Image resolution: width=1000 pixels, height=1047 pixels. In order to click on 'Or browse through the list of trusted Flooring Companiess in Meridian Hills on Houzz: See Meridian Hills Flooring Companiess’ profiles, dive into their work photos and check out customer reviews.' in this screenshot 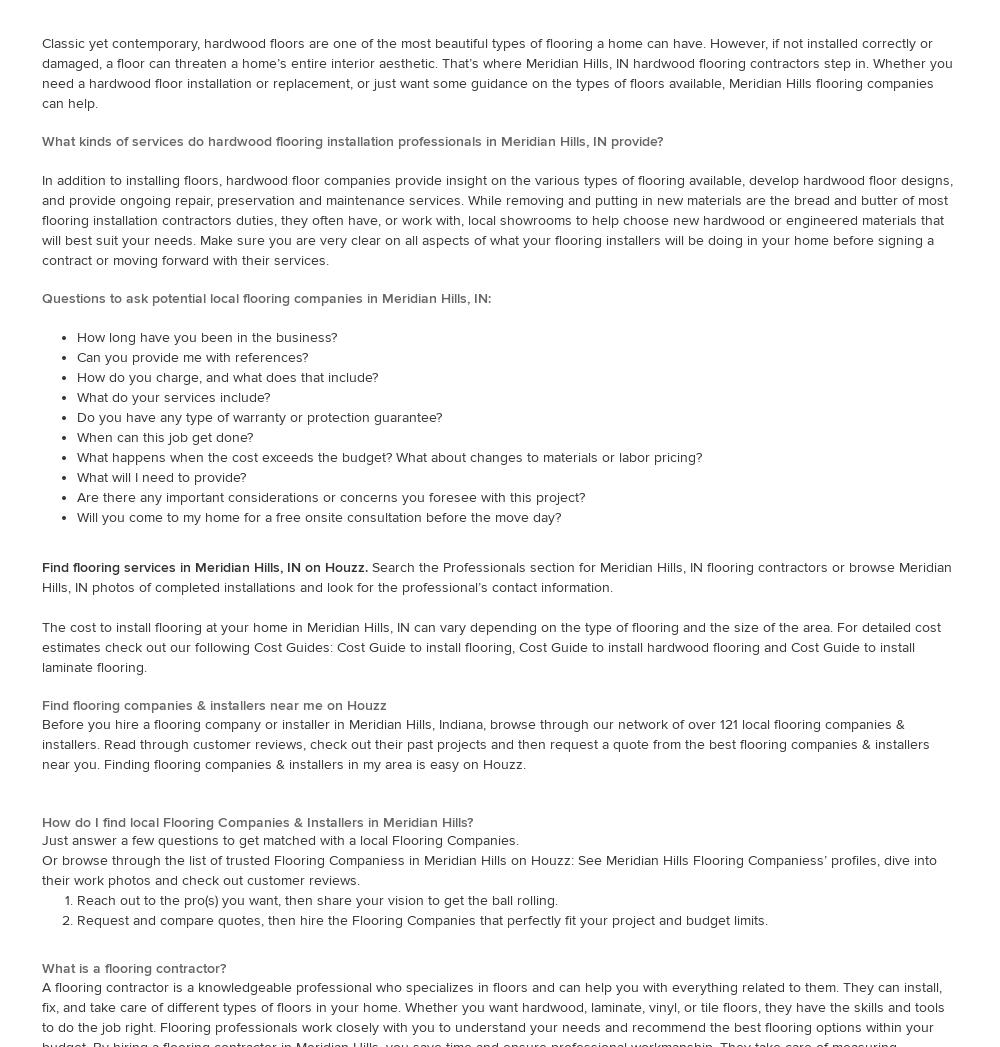, I will do `click(488, 869)`.